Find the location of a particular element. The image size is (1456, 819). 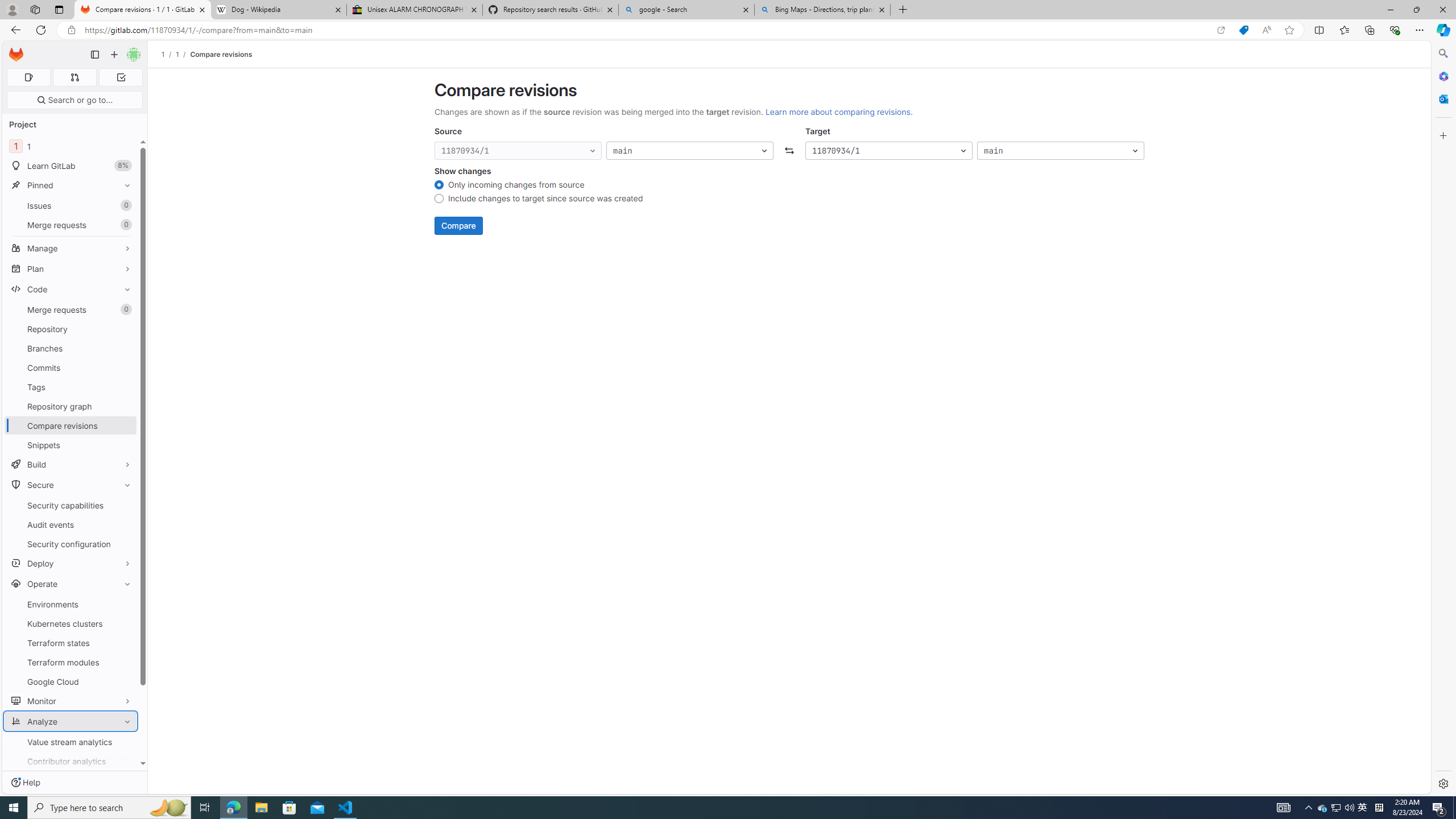

'Security capabilities' is located at coordinates (70, 505).